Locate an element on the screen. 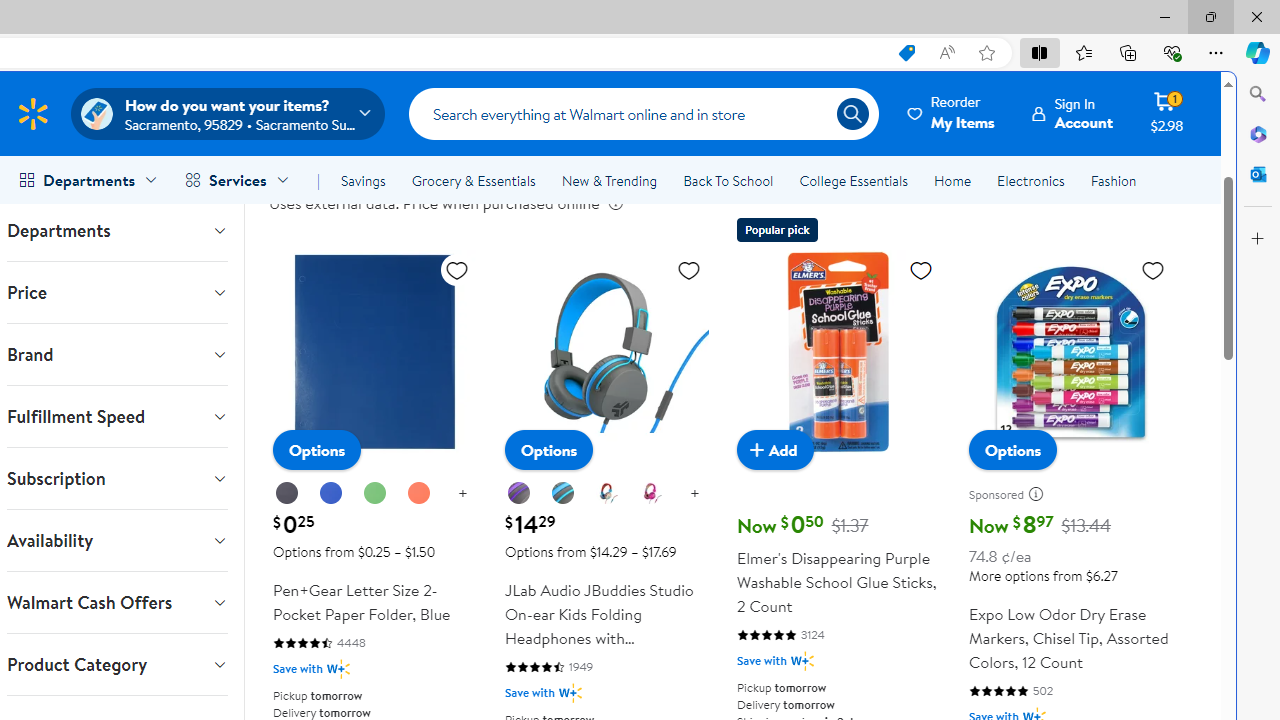 This screenshot has height=720, width=1280. 'Green' is located at coordinates (375, 494).